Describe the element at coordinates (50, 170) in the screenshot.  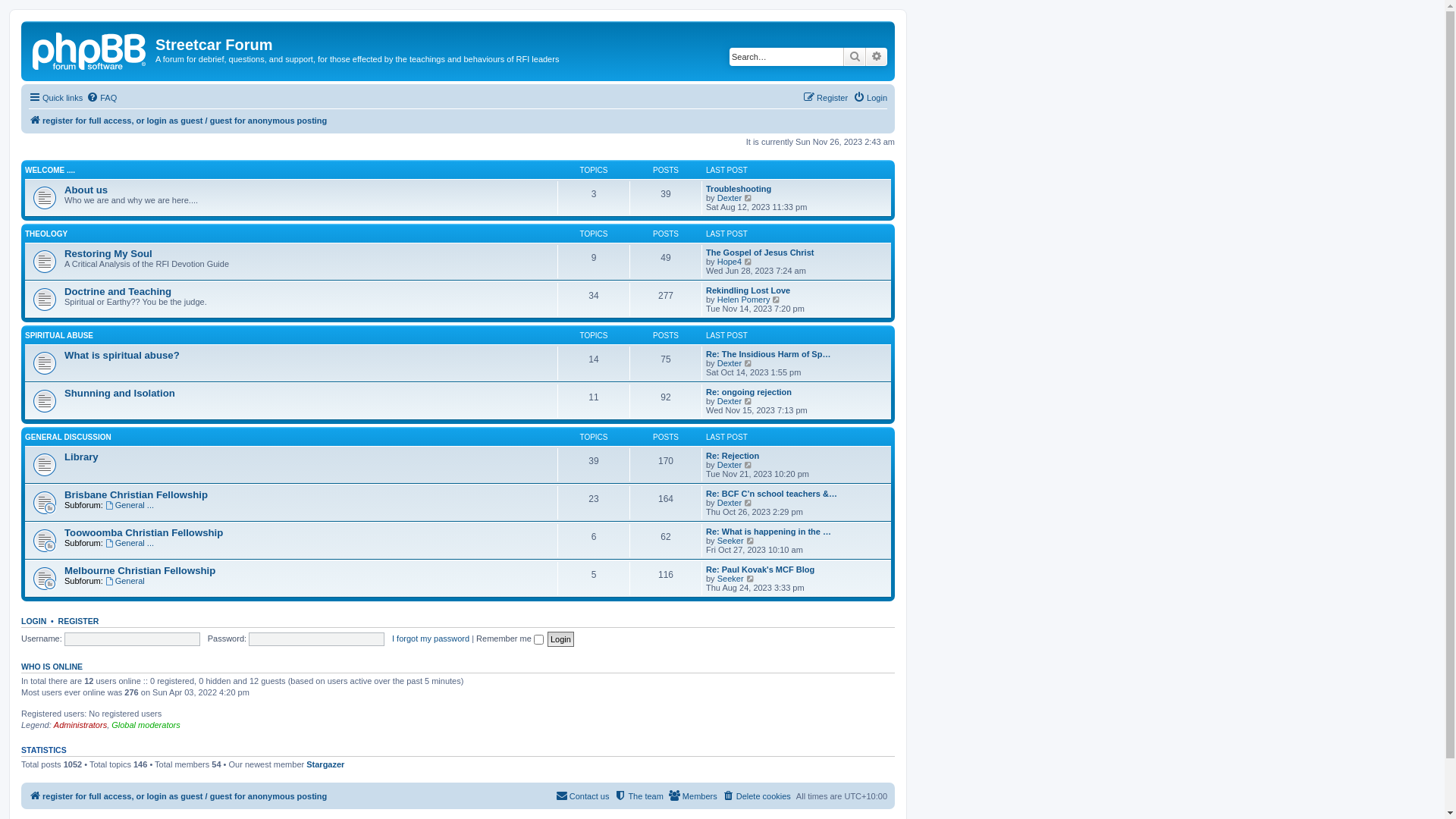
I see `'WELCOME ....'` at that location.